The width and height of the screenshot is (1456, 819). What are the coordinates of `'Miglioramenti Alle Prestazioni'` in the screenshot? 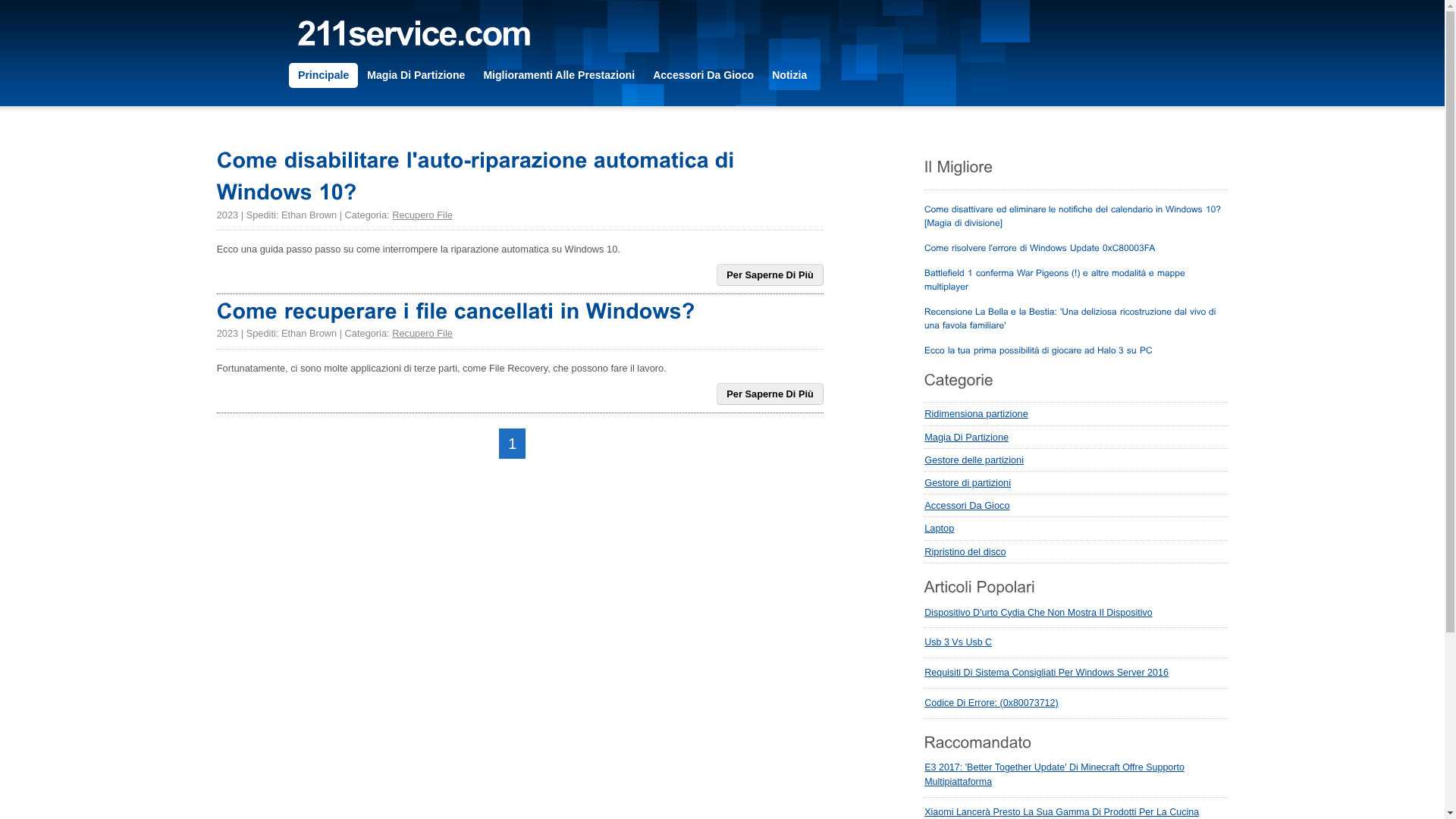 It's located at (558, 75).